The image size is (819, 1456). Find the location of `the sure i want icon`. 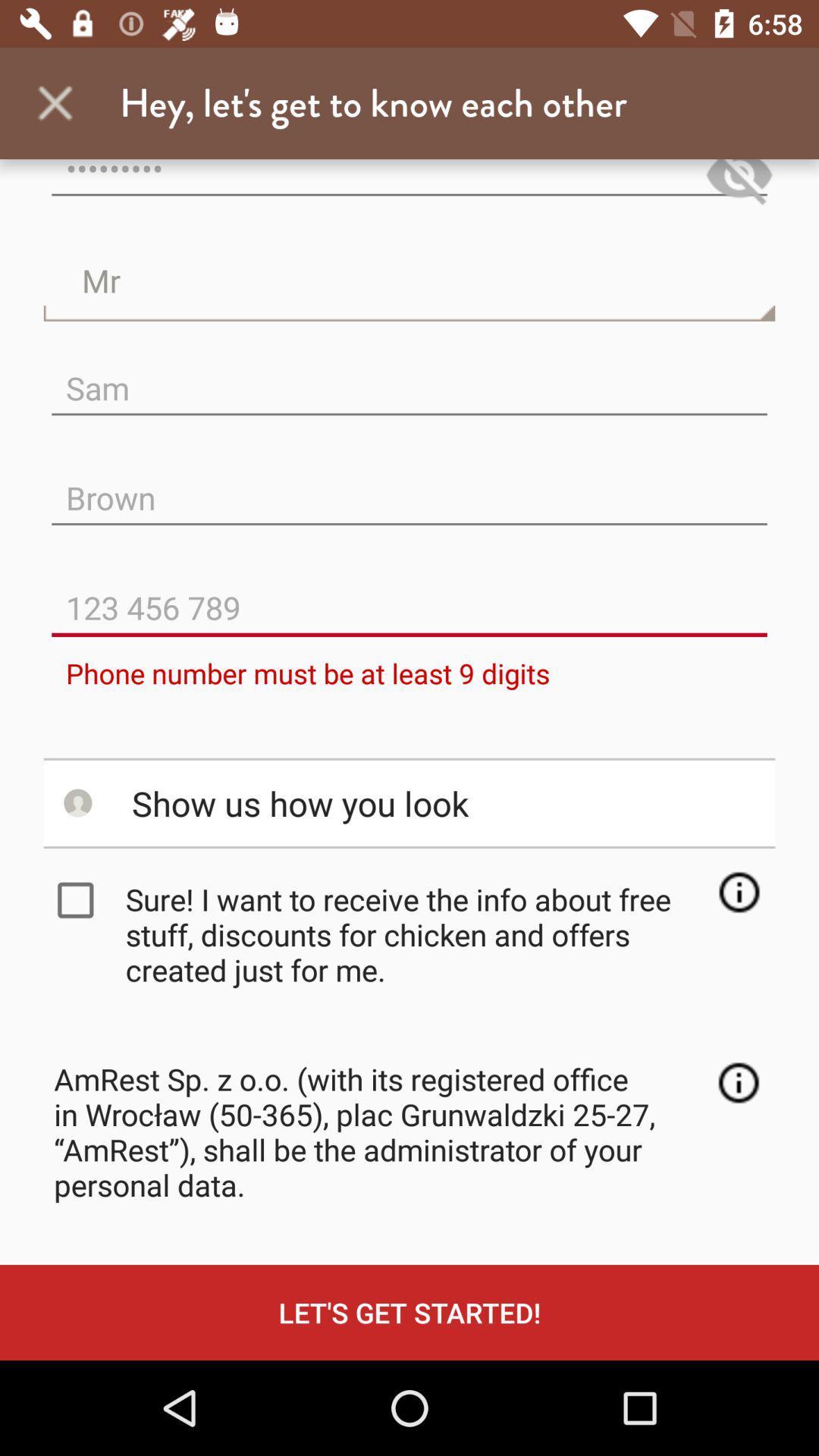

the sure i want icon is located at coordinates (414, 934).